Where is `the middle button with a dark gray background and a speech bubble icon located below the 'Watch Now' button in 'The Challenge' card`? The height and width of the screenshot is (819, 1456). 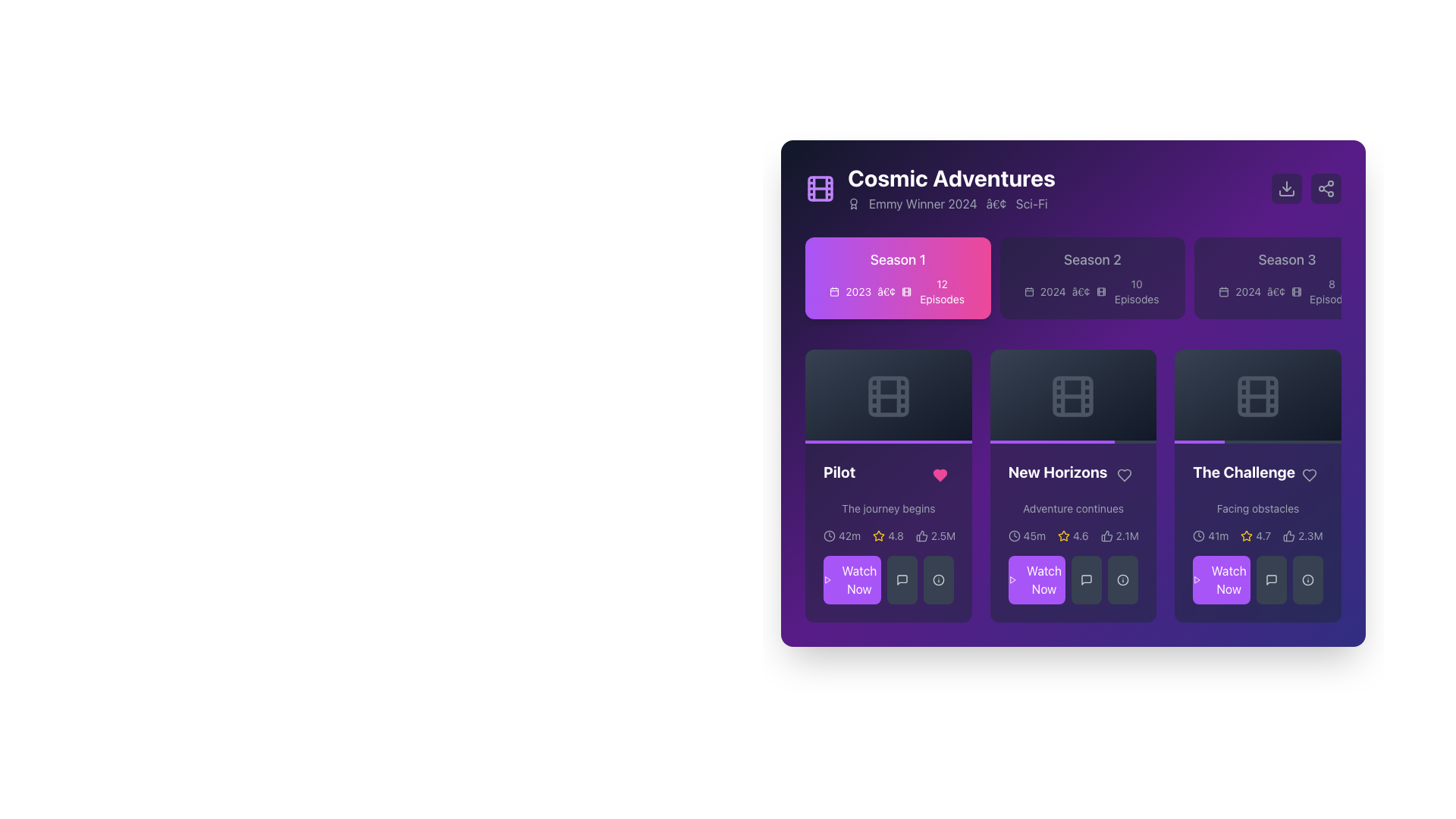 the middle button with a dark gray background and a speech bubble icon located below the 'Watch Now' button in 'The Challenge' card is located at coordinates (1271, 579).